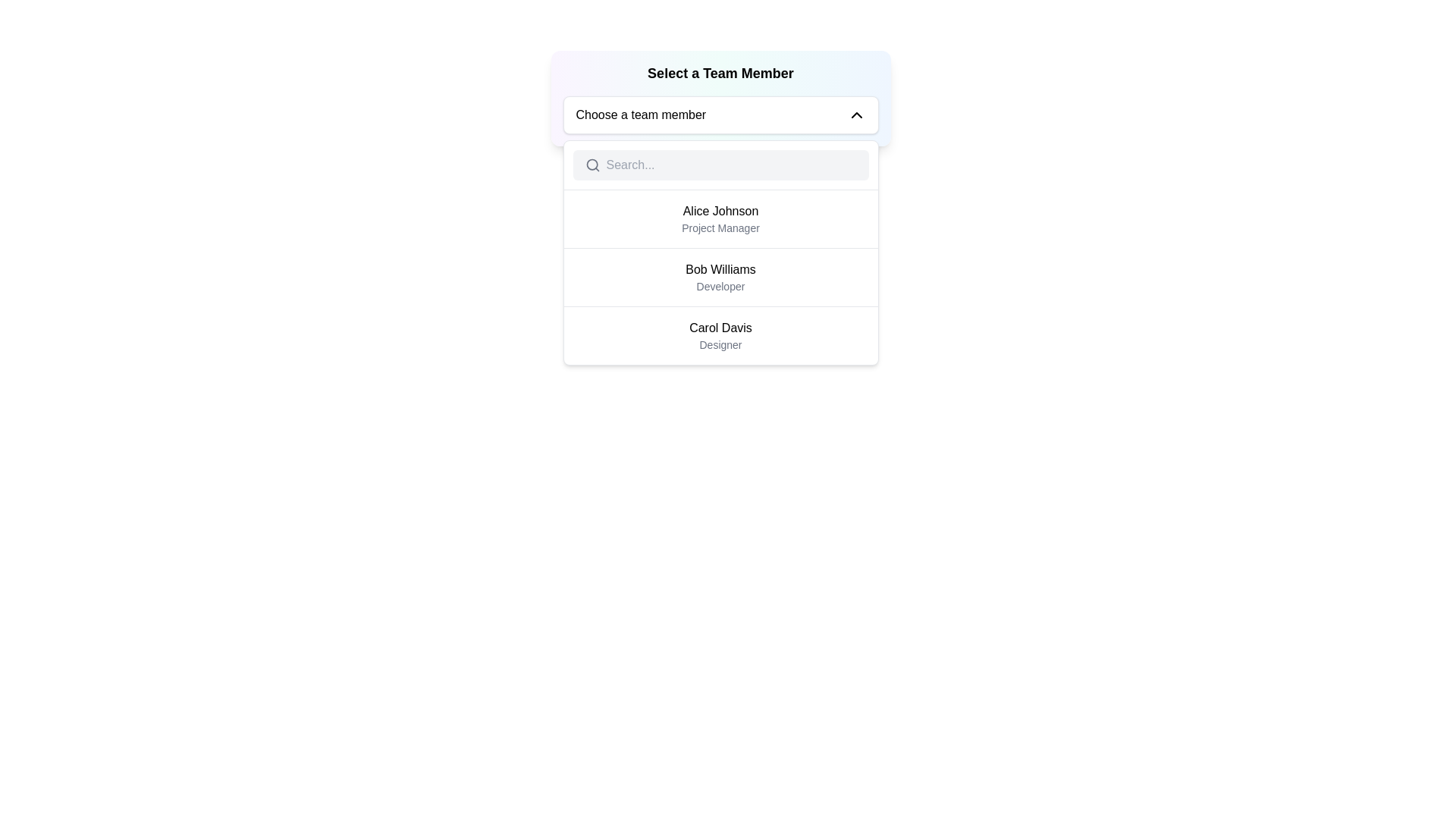 The image size is (1456, 819). Describe the element at coordinates (720, 227) in the screenshot. I see `text label indicating the role of 'Project Manager' for Alice Johnson, located beneath her name in the dropdown menu under 'Select a Team Member'` at that location.